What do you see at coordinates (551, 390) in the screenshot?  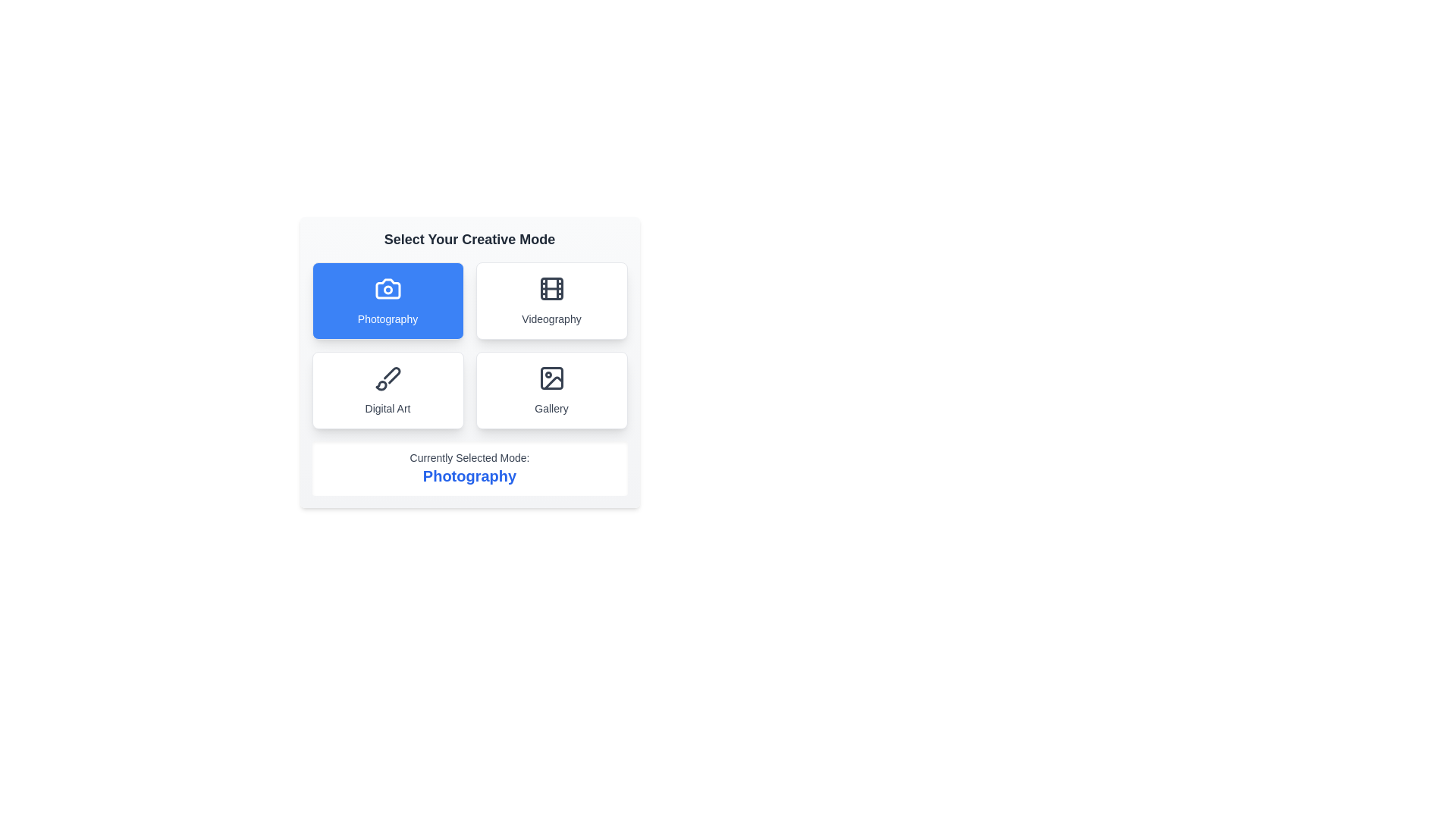 I see `the mode Gallery by clicking its respective button` at bounding box center [551, 390].